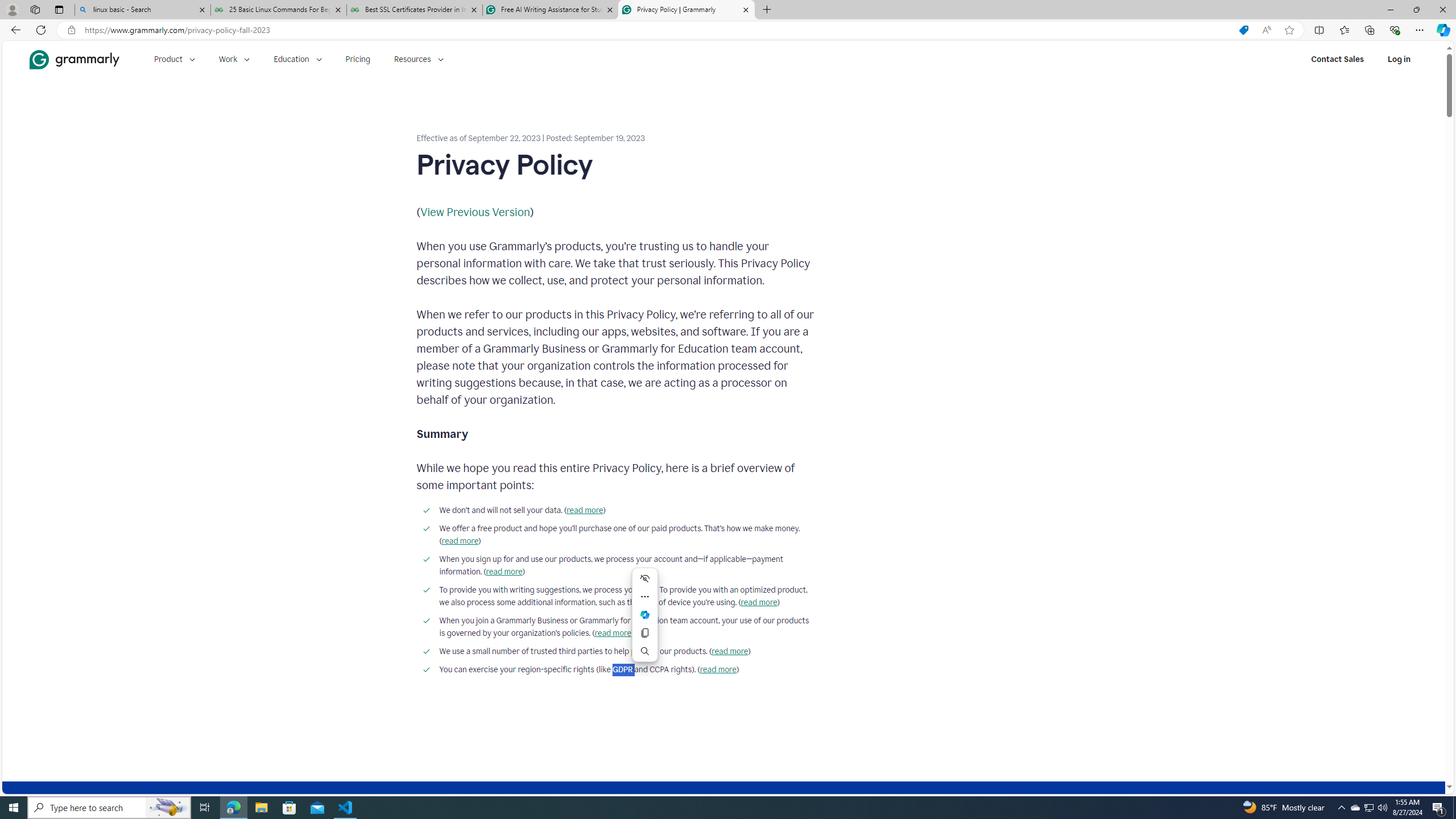 The width and height of the screenshot is (1456, 819). What do you see at coordinates (1399, 59) in the screenshot?
I see `'Log in'` at bounding box center [1399, 59].